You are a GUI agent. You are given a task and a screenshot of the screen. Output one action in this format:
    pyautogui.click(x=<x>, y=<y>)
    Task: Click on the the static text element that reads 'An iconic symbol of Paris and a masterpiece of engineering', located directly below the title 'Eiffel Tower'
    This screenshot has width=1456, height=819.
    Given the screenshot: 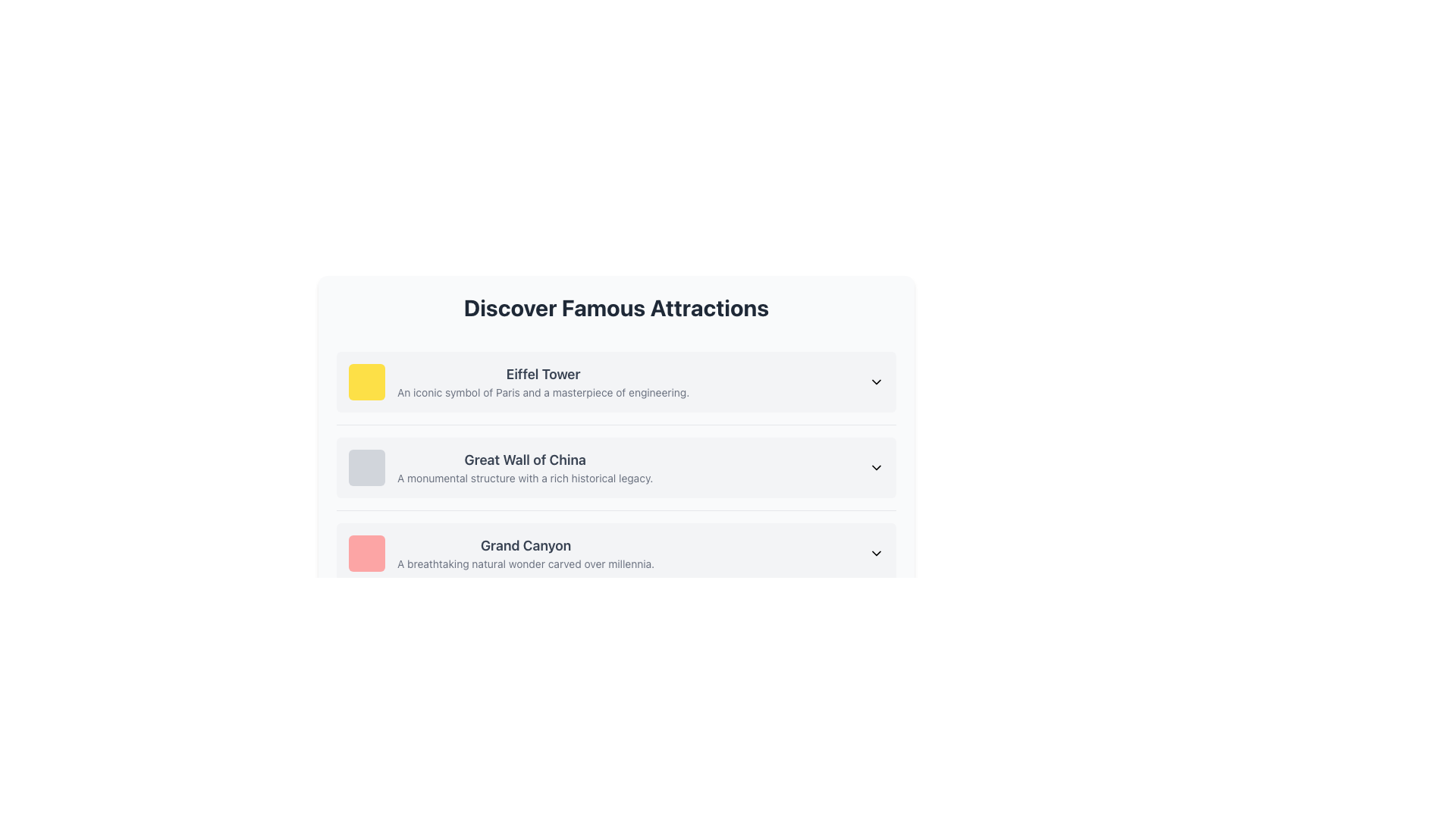 What is the action you would take?
    pyautogui.click(x=543, y=391)
    